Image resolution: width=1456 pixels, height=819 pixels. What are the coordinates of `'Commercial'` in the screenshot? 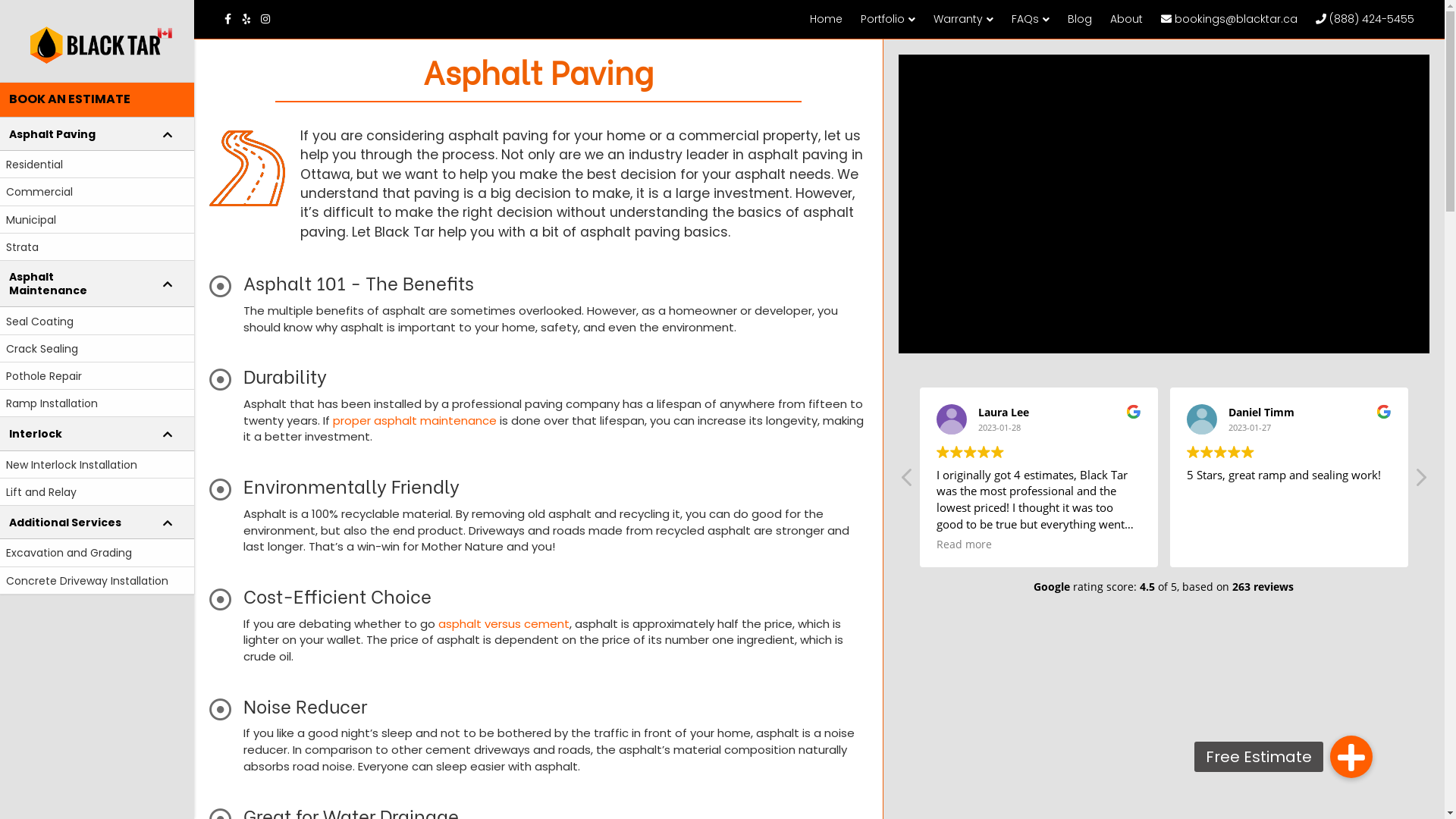 It's located at (0, 191).